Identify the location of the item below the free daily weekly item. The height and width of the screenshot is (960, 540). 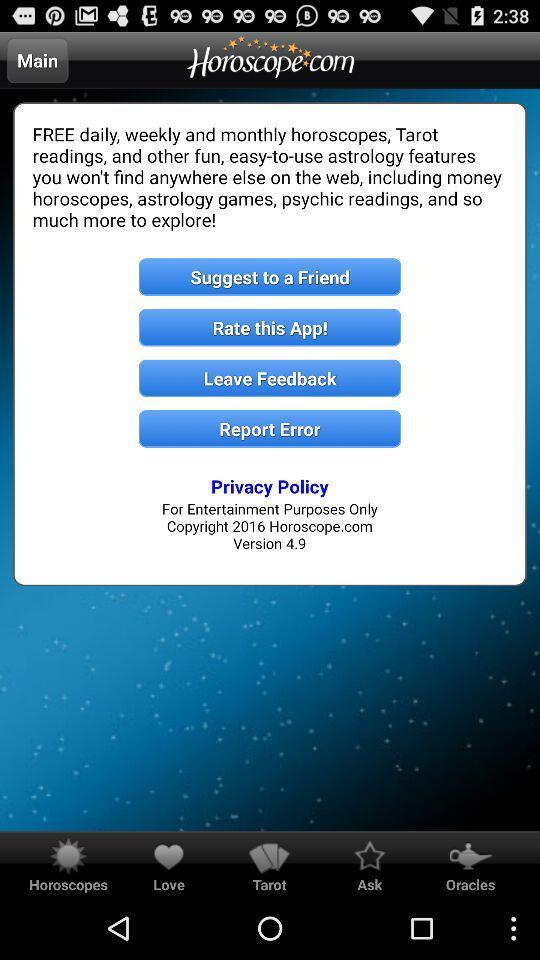
(270, 276).